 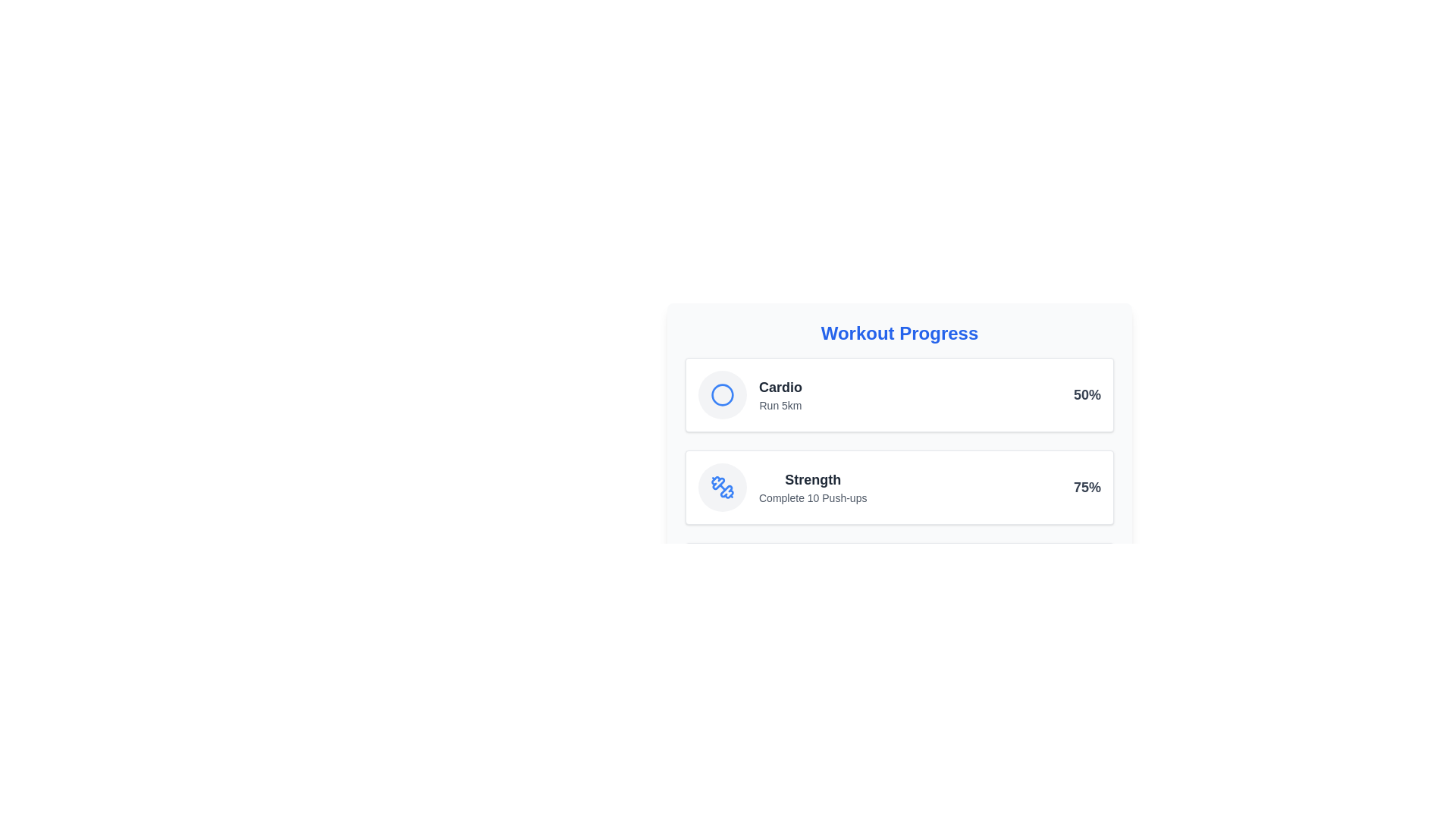 What do you see at coordinates (722, 488) in the screenshot?
I see `the circular icon with a light gray background and a blue dumbbell symbol, located to the left of the 'Strength' text in the second card under the 'Workout Progress' section` at bounding box center [722, 488].